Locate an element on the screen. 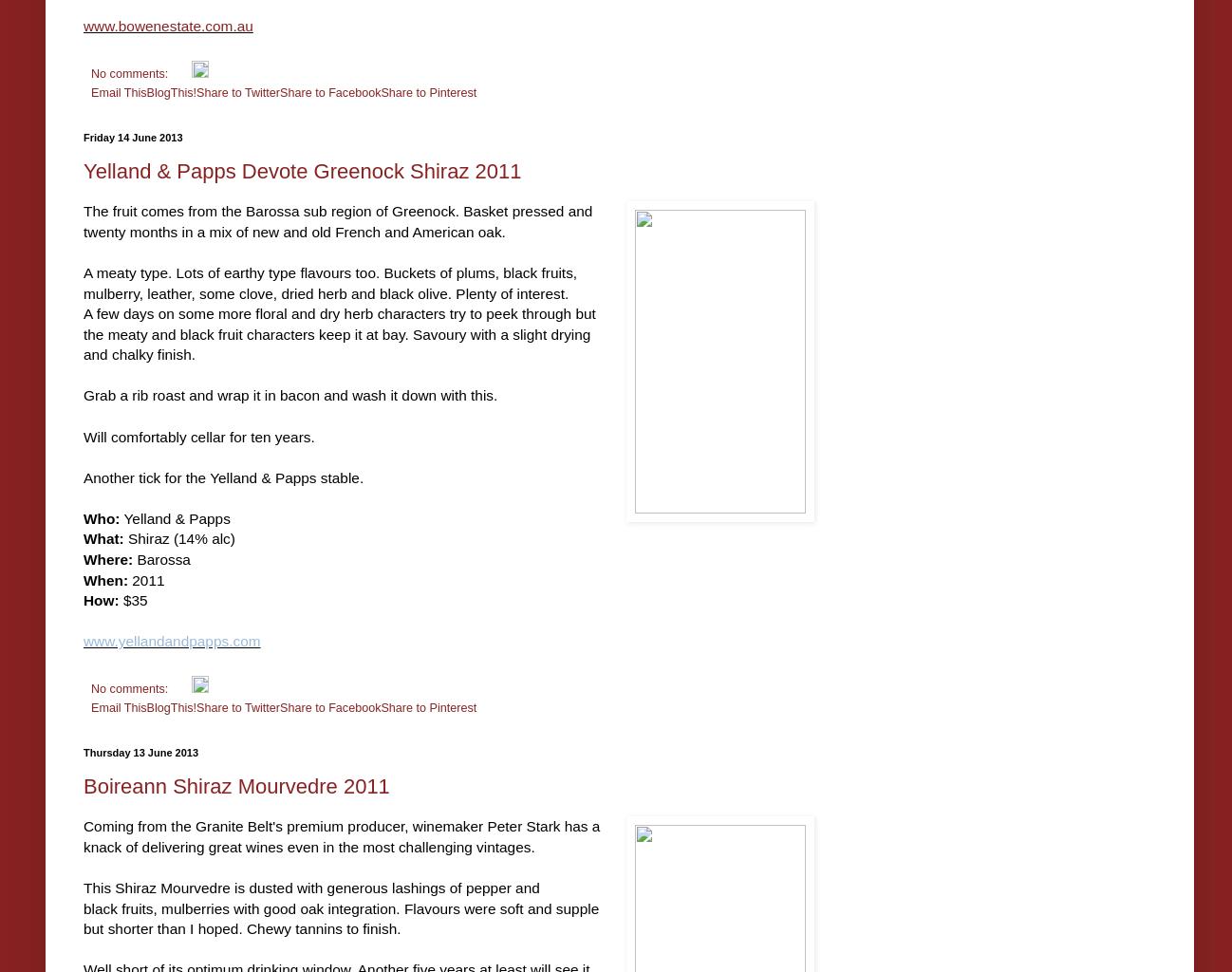 This screenshot has height=972, width=1232. 'Thursday 13 June 2013' is located at coordinates (140, 752).